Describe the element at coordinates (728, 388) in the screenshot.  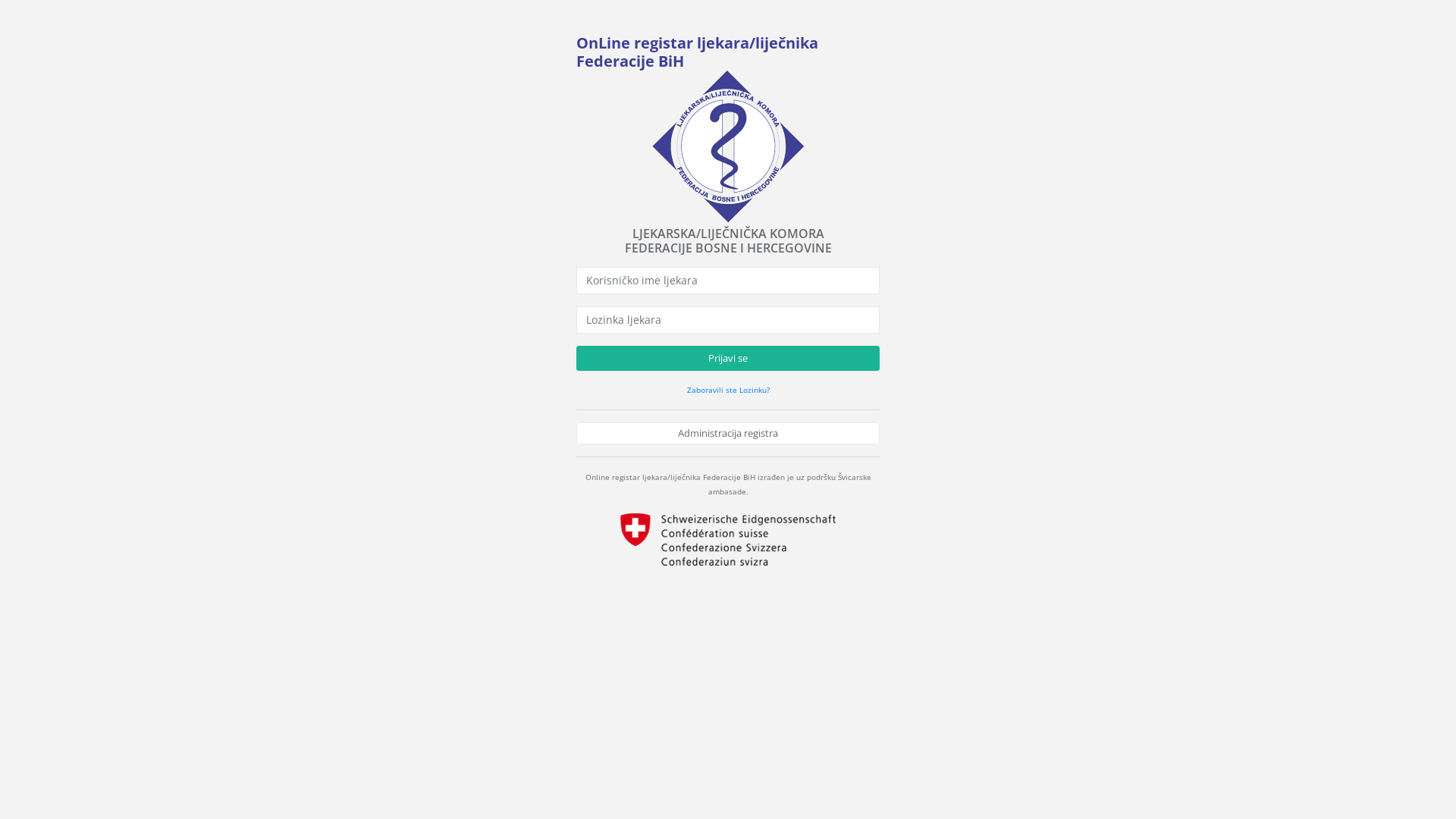
I see `'Zaboravili ste Lozinku?'` at that location.